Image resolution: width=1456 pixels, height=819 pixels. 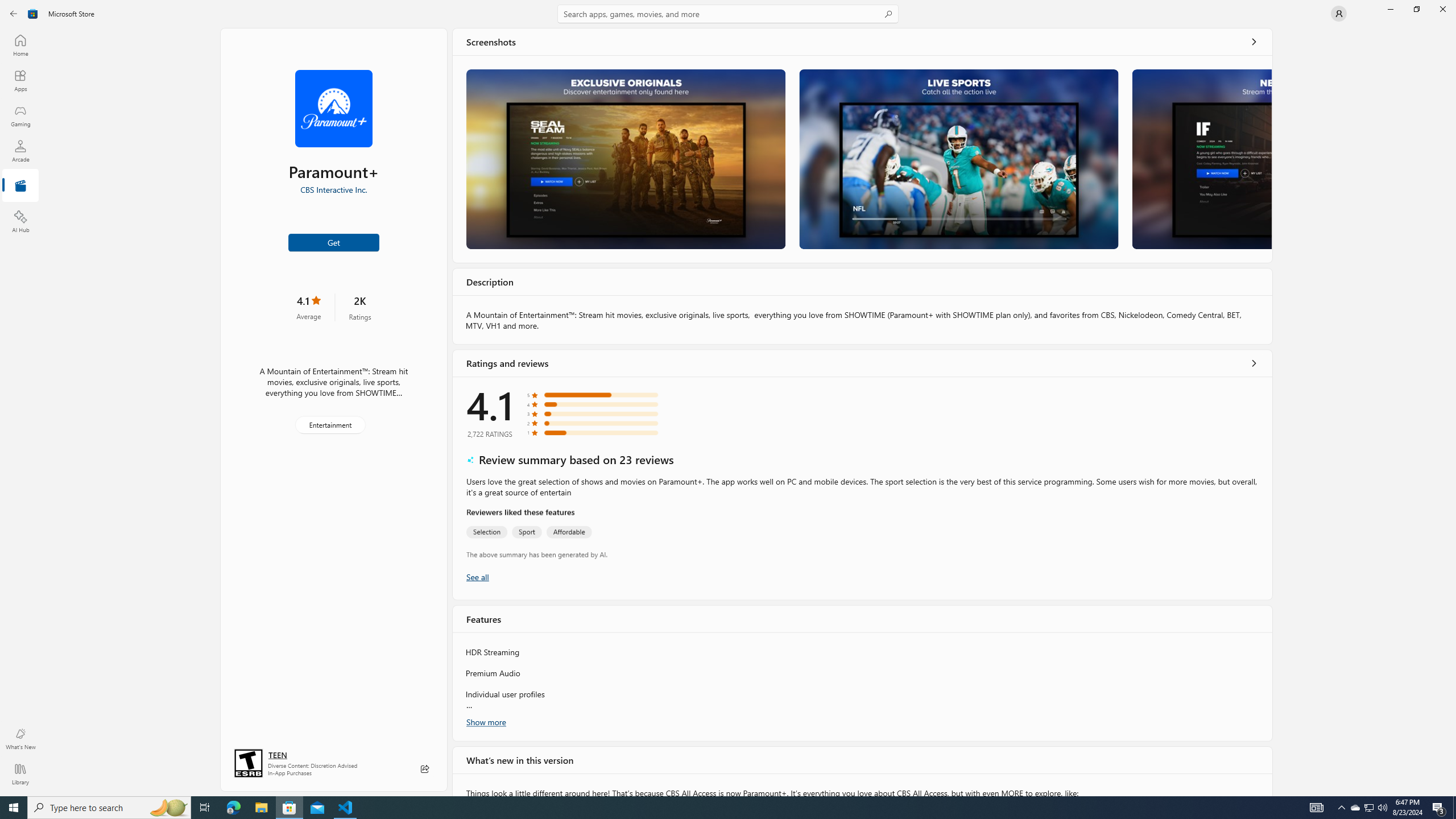 I want to click on 'Show all ratings and reviews', so click(x=1254, y=362).